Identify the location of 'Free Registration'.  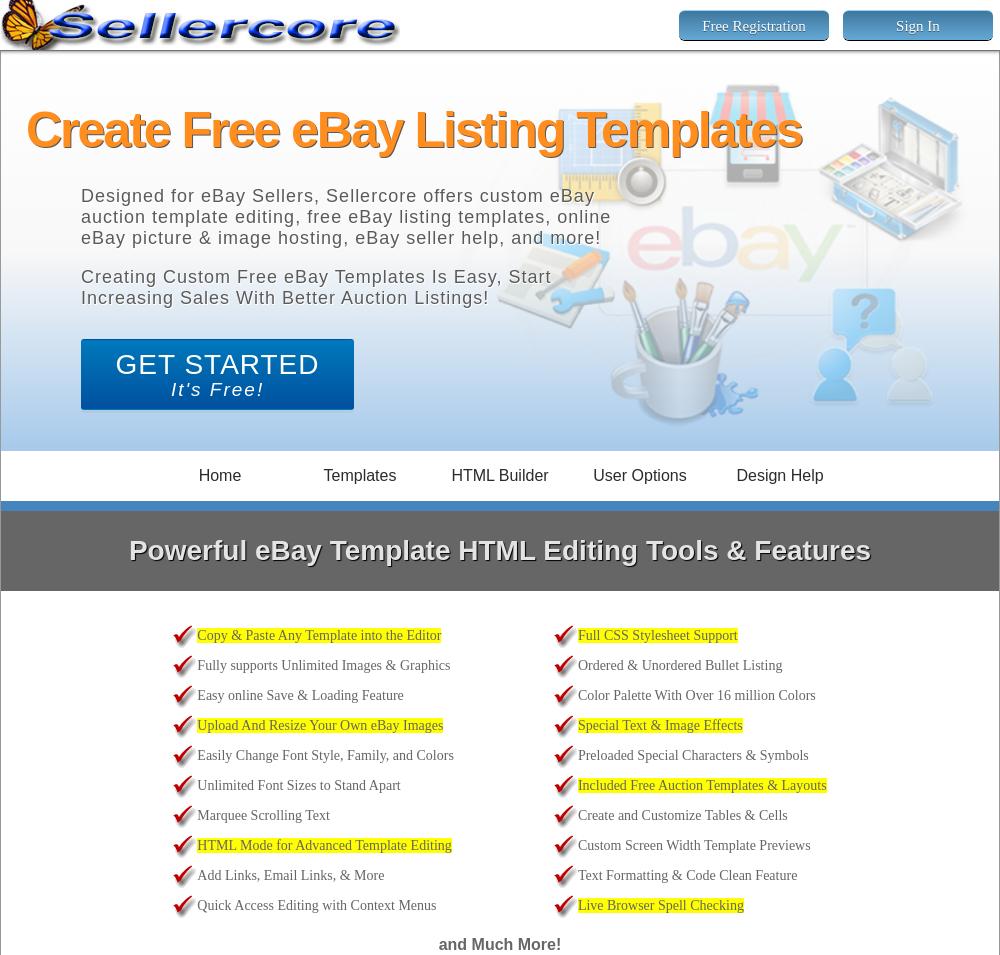
(753, 24).